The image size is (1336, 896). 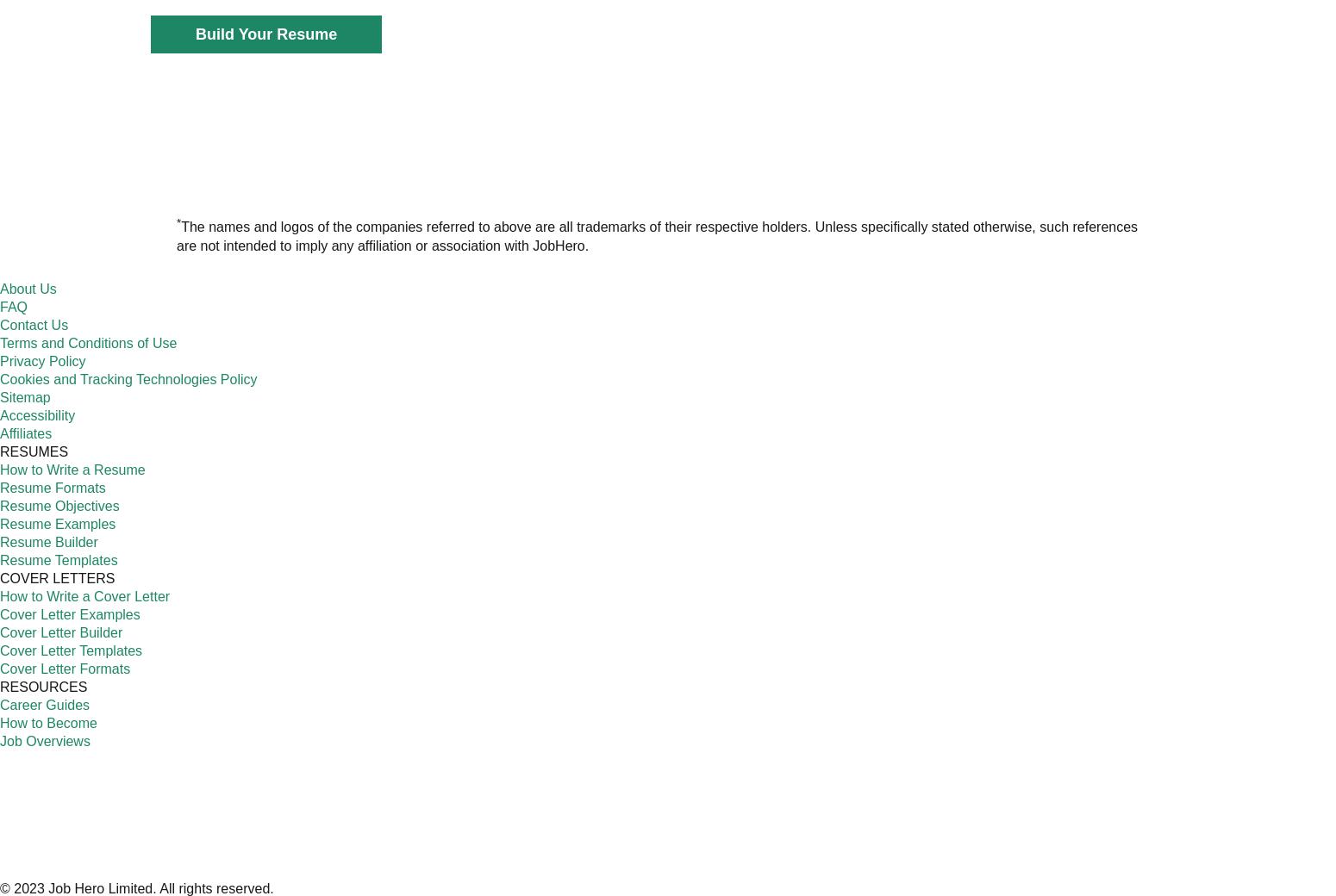 What do you see at coordinates (688, 305) in the screenshot?
I see `'Process Engineer Examples'` at bounding box center [688, 305].